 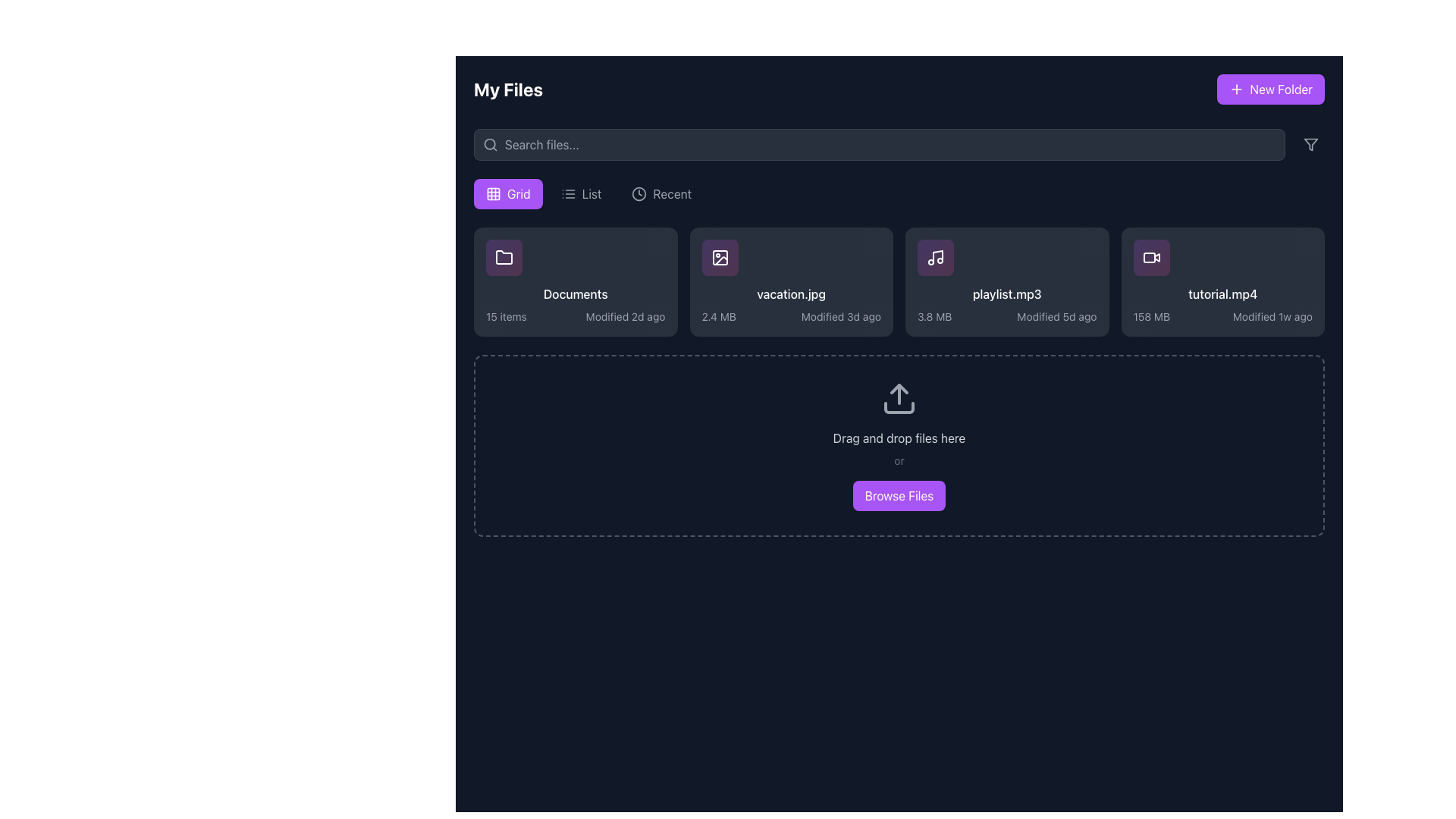 I want to click on the 'Browse Files' button, which has a vivid purple background and white text, to observe its hover effect, so click(x=899, y=496).